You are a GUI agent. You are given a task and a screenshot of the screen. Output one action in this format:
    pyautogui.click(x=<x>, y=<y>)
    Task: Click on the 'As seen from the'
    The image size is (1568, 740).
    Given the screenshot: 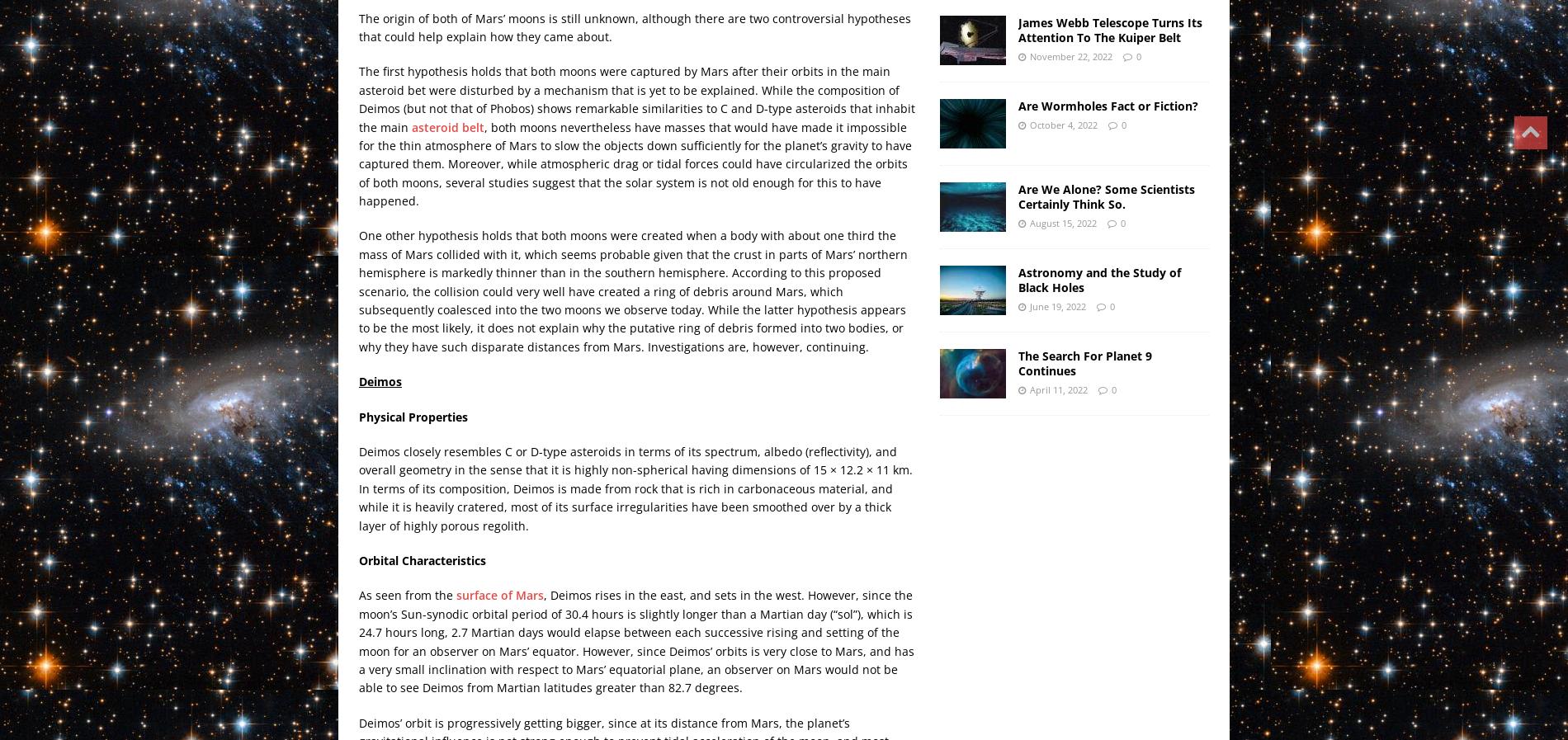 What is the action you would take?
    pyautogui.click(x=408, y=595)
    